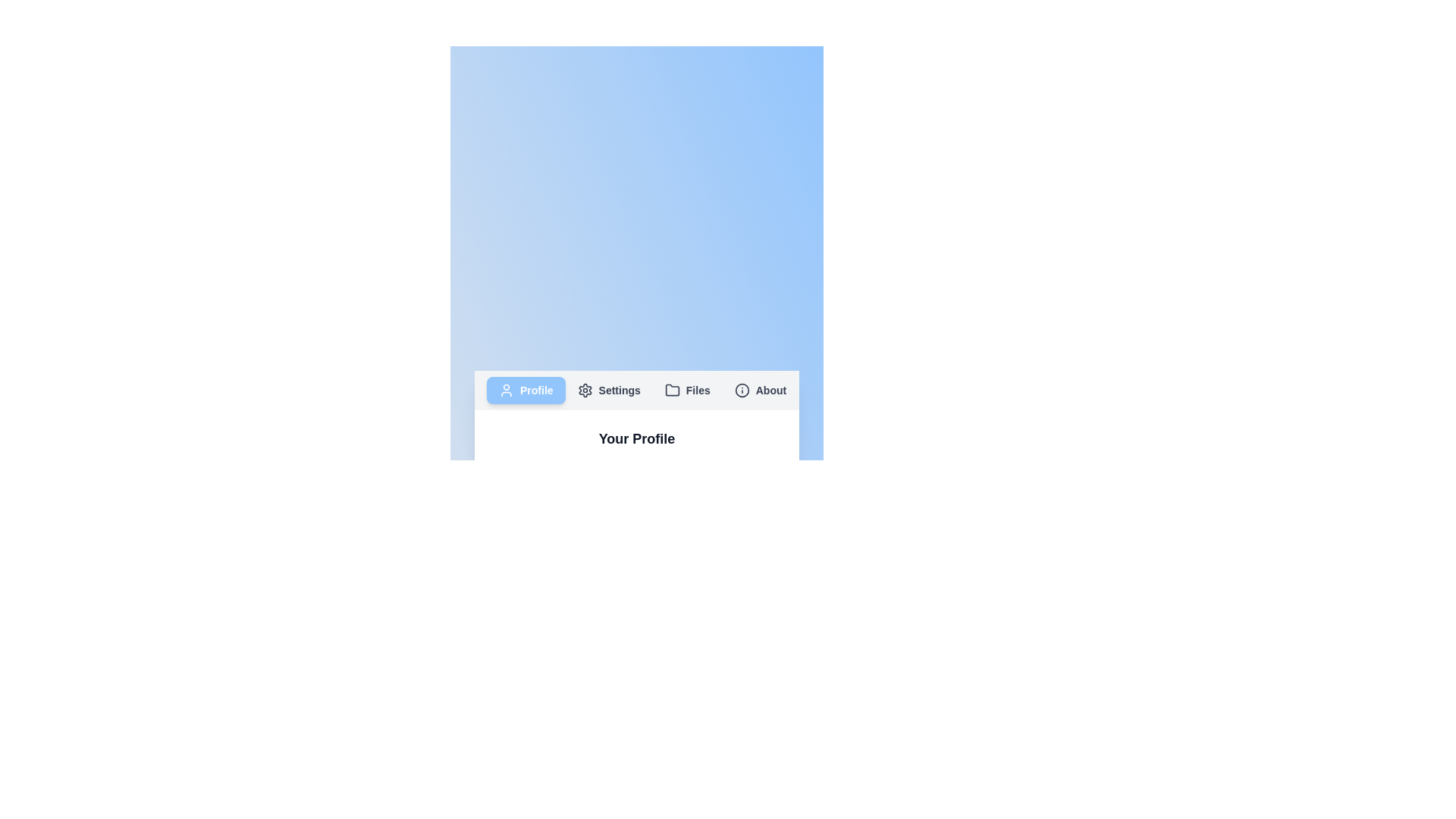  Describe the element at coordinates (620, 390) in the screenshot. I see `the 'Settings' text label located in the navigation bar, which is styled in a grayish color and positioned to the right of a gear icon` at that location.